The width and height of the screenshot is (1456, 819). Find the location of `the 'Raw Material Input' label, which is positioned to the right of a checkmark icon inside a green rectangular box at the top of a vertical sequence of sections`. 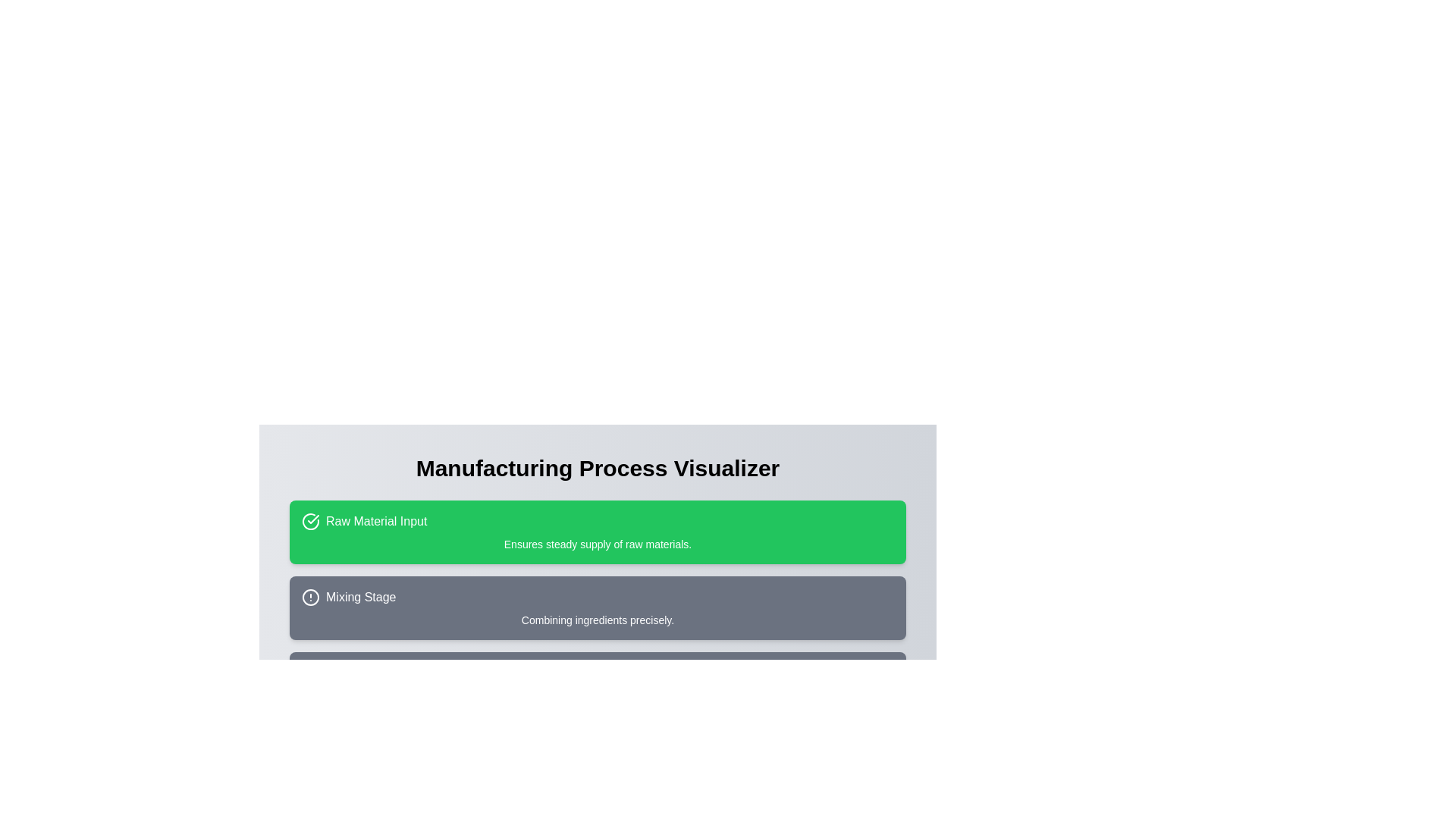

the 'Raw Material Input' label, which is positioned to the right of a checkmark icon inside a green rectangular box at the top of a vertical sequence of sections is located at coordinates (376, 520).